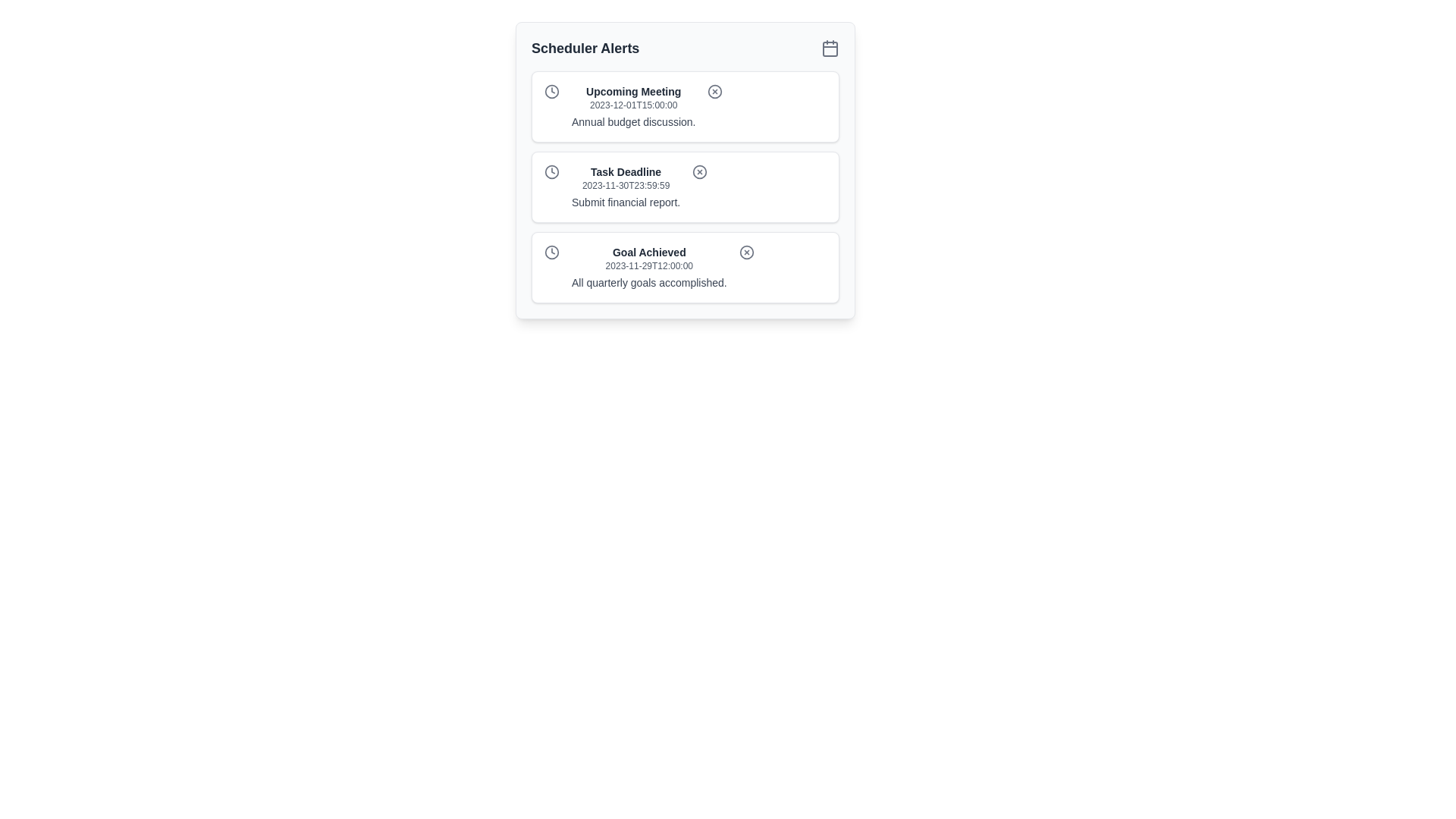 This screenshot has height=819, width=1456. What do you see at coordinates (684, 267) in the screenshot?
I see `information displayed on the 'Goal Achieved' Informational Card located at the bottom of the 'Scheduler Alerts' section` at bounding box center [684, 267].